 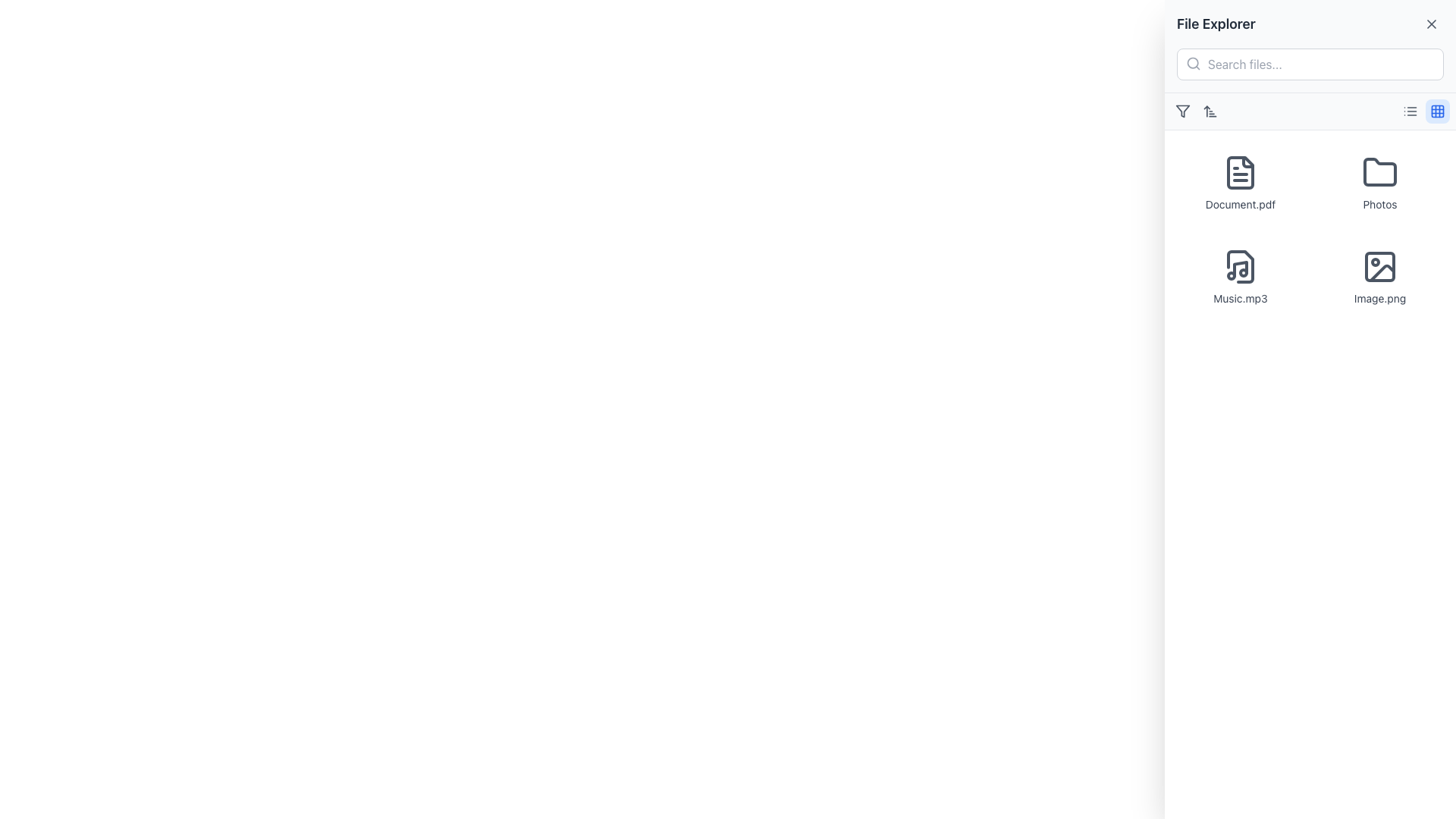 I want to click on the PDF file icon located in the file explorer grid above the label 'Document.pdf', so click(x=1241, y=171).